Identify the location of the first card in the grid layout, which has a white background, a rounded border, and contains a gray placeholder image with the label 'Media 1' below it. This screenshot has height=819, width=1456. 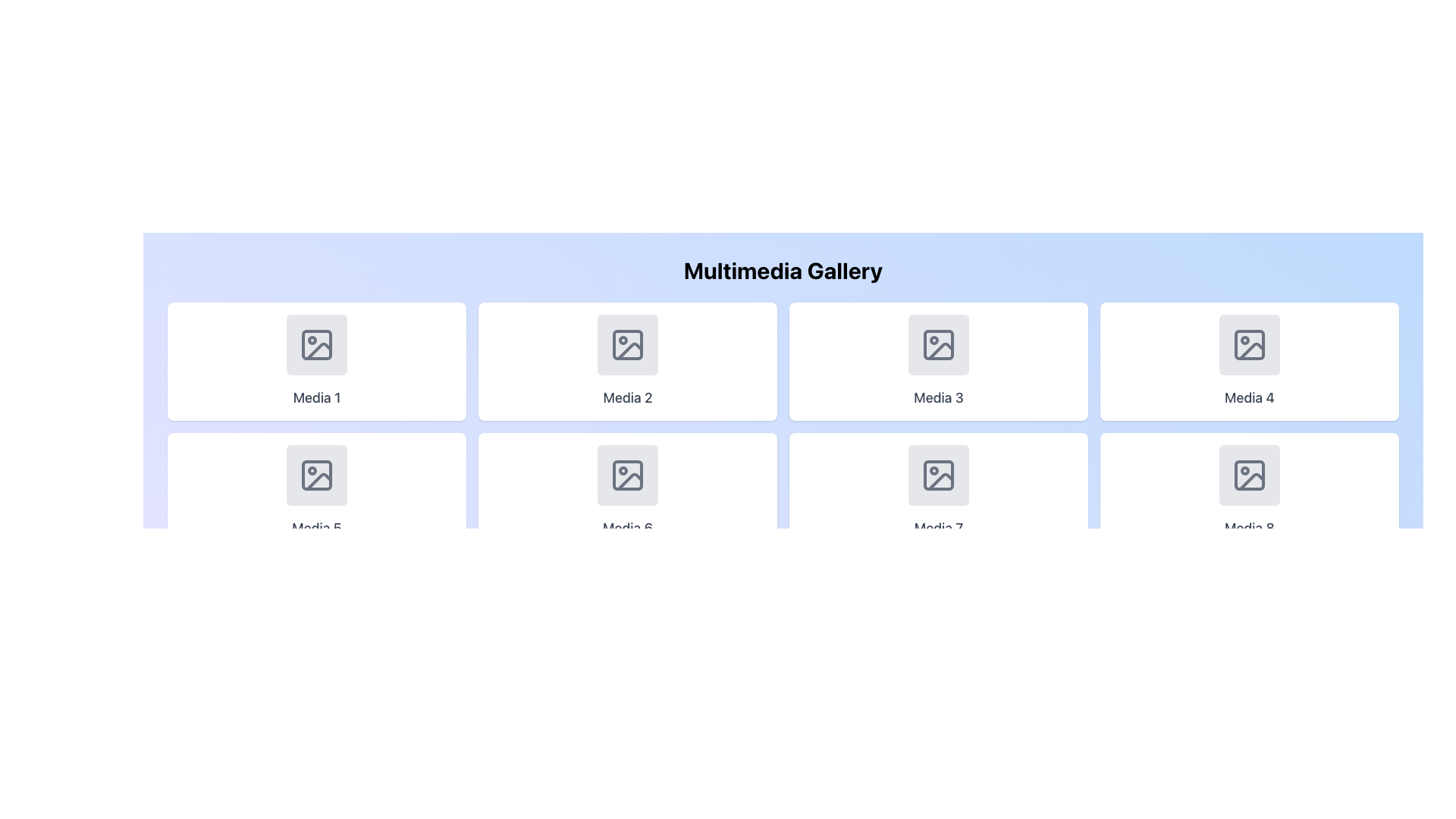
(315, 362).